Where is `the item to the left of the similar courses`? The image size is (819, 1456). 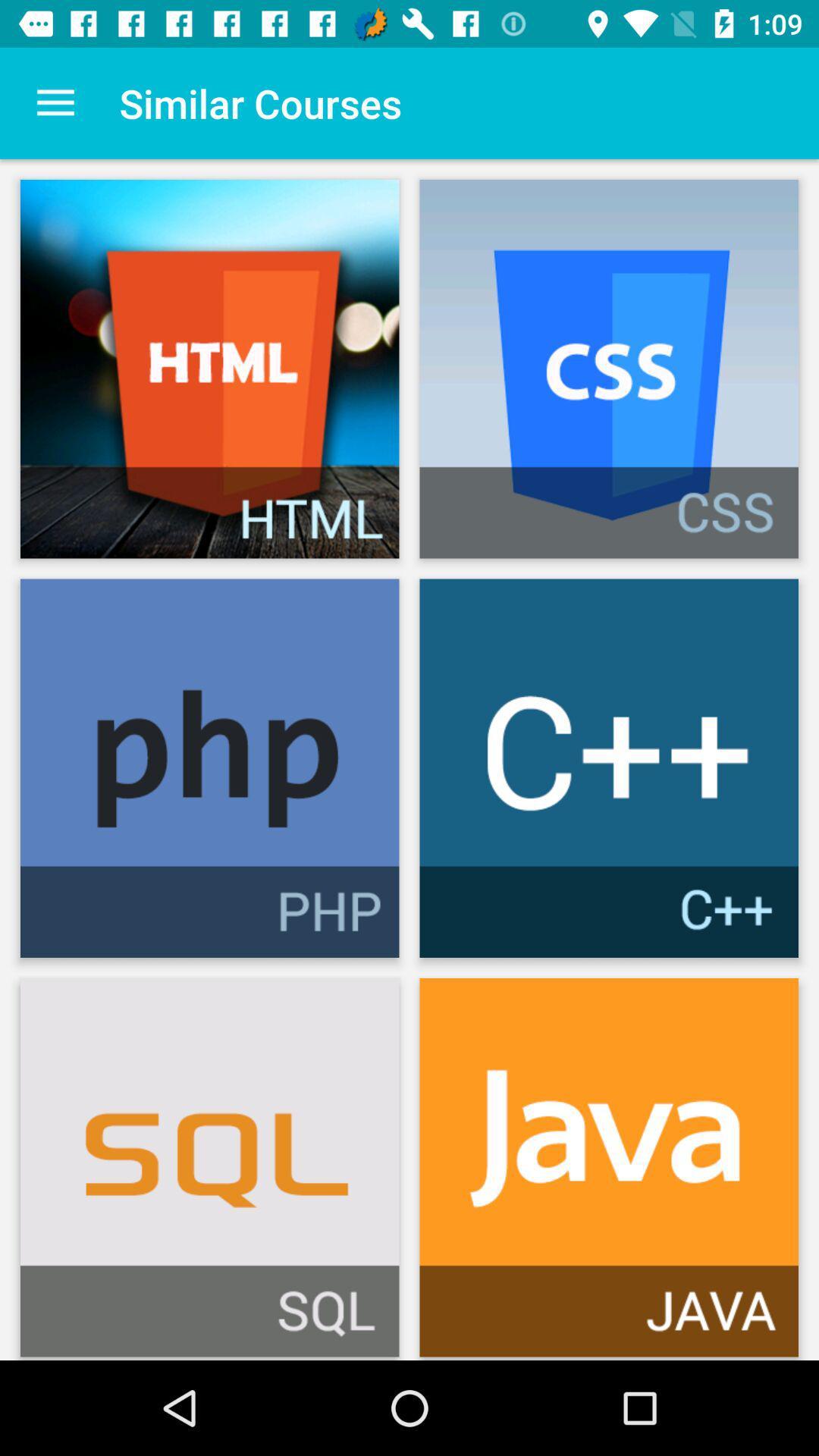 the item to the left of the similar courses is located at coordinates (55, 102).